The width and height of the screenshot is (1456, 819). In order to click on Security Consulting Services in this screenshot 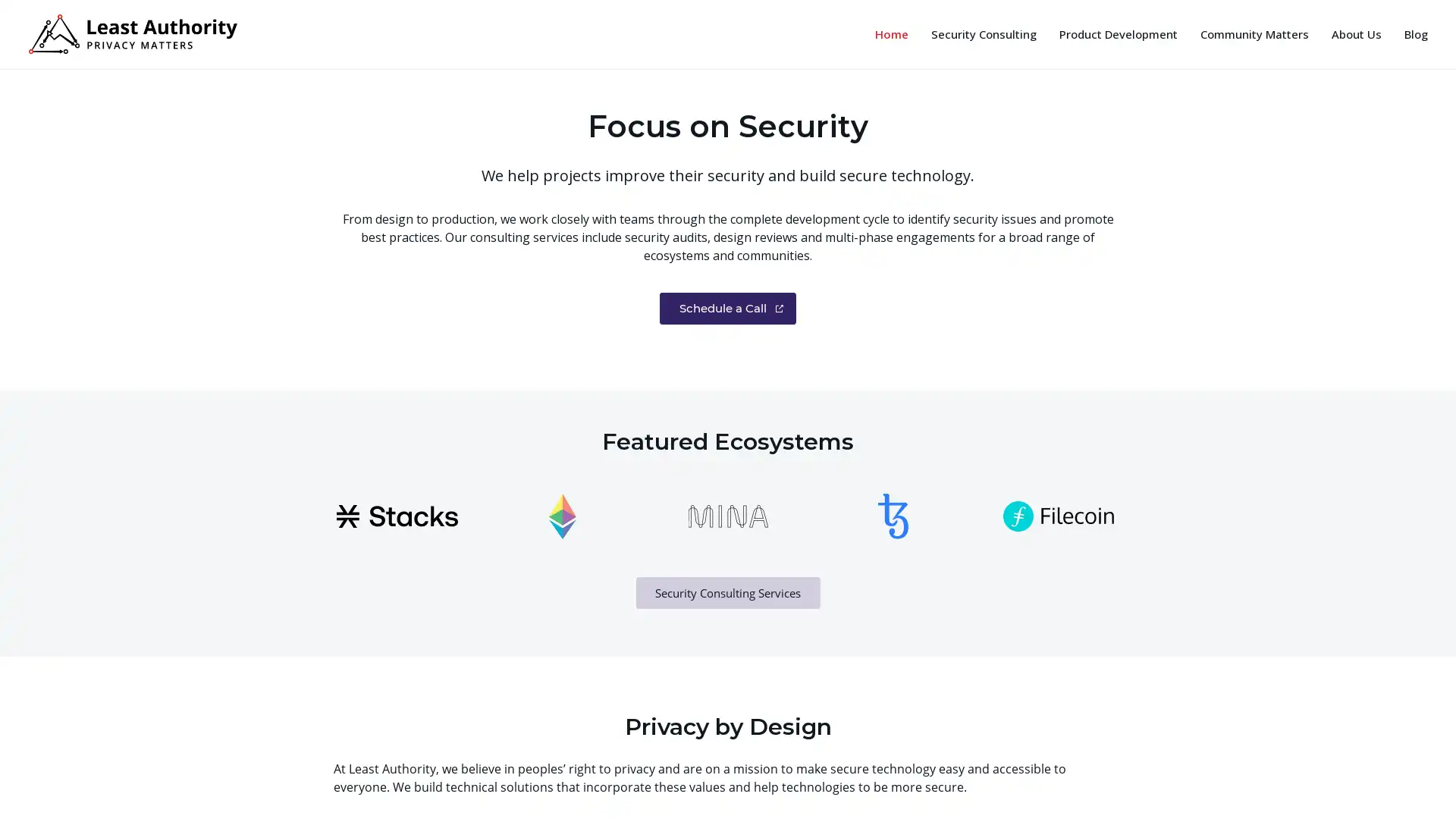, I will do `click(726, 592)`.